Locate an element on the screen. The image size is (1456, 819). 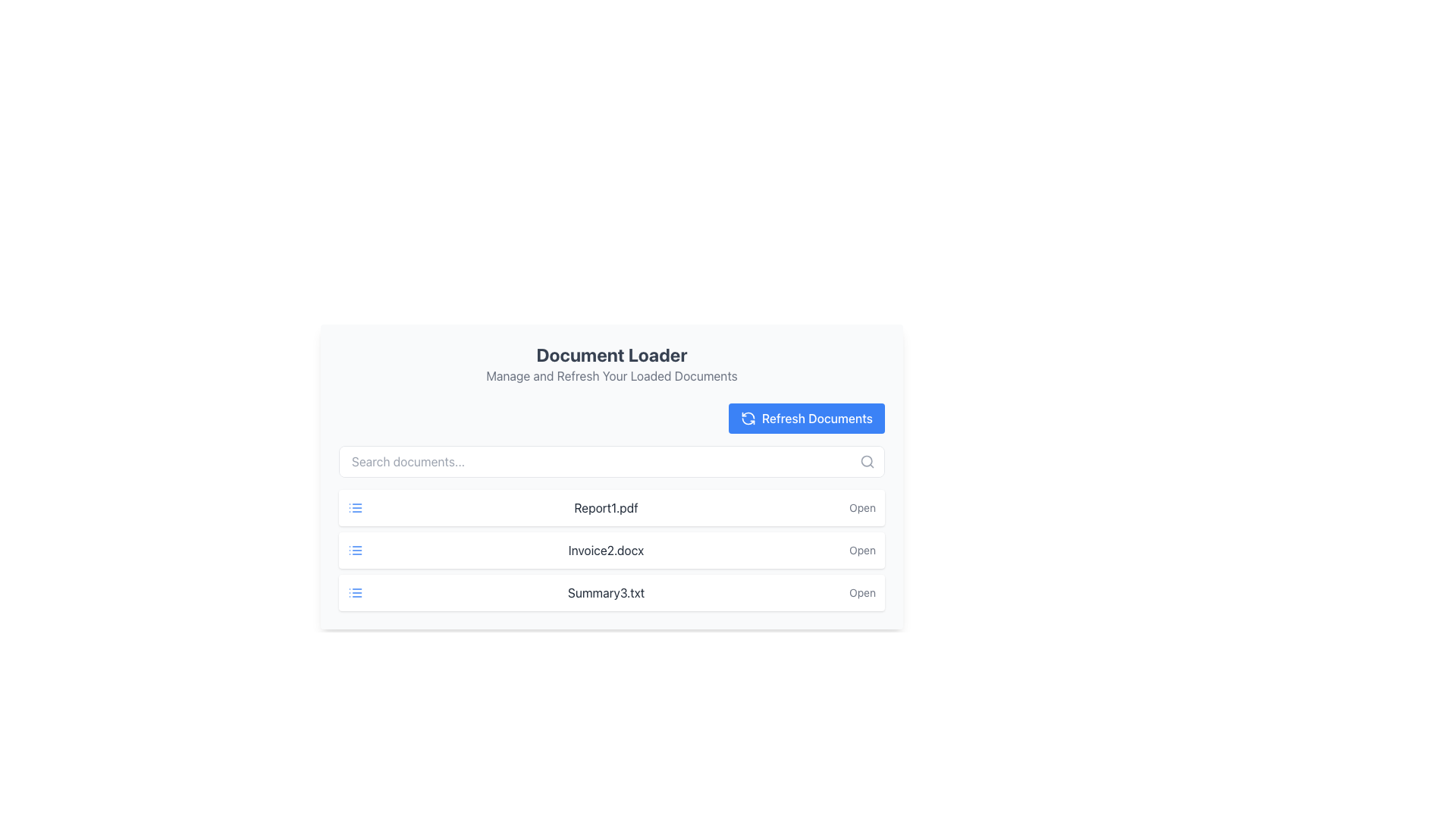
the refresh button located in the upper right section of the interface is located at coordinates (805, 418).